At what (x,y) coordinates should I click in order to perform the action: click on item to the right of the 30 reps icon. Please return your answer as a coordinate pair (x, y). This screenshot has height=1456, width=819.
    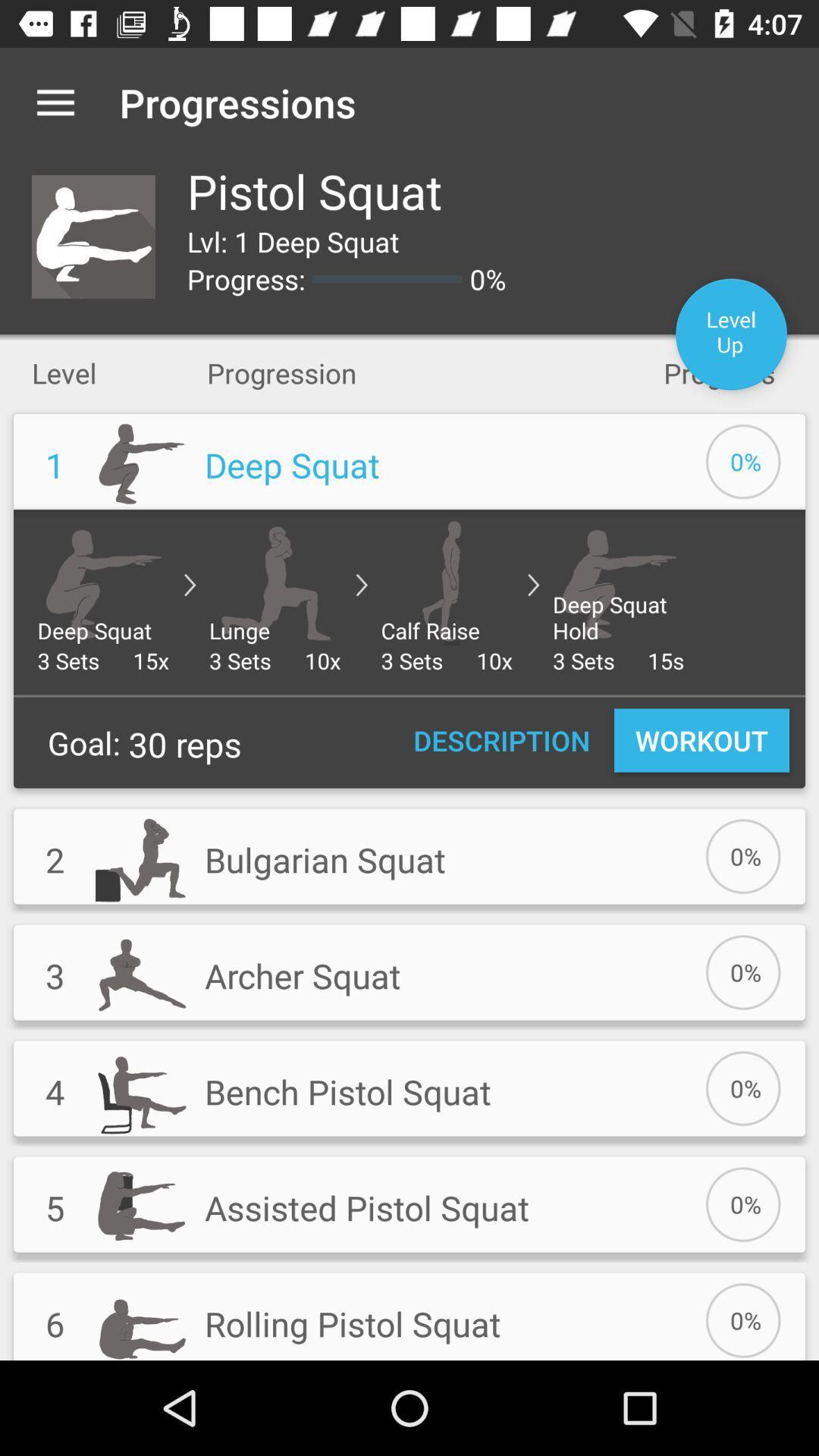
    Looking at the image, I should click on (501, 740).